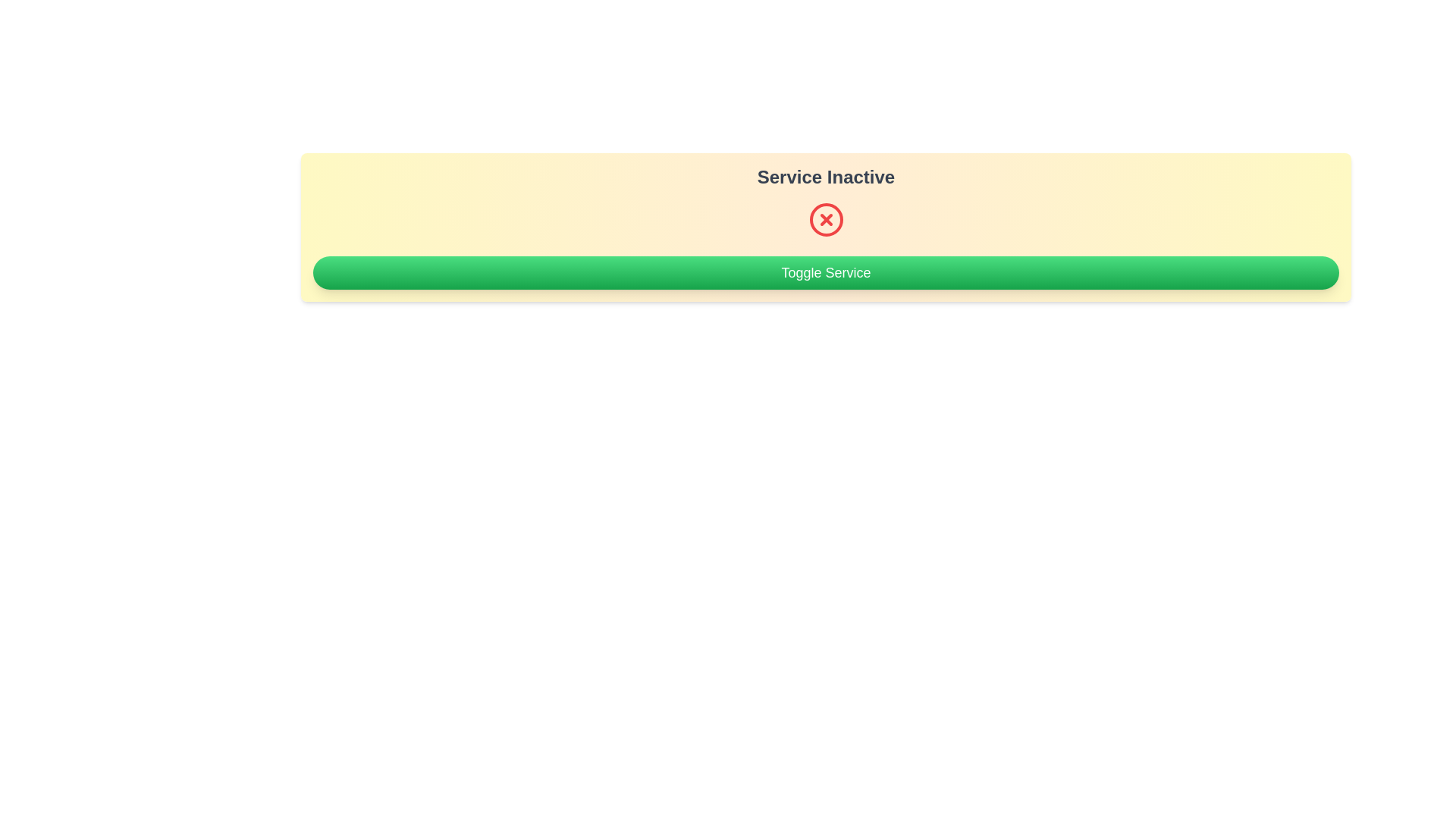  What do you see at coordinates (825, 219) in the screenshot?
I see `the red circular icon with an 'X' symbol centered between the heading 'Service Inactive' and the green button 'Toggle Service'` at bounding box center [825, 219].